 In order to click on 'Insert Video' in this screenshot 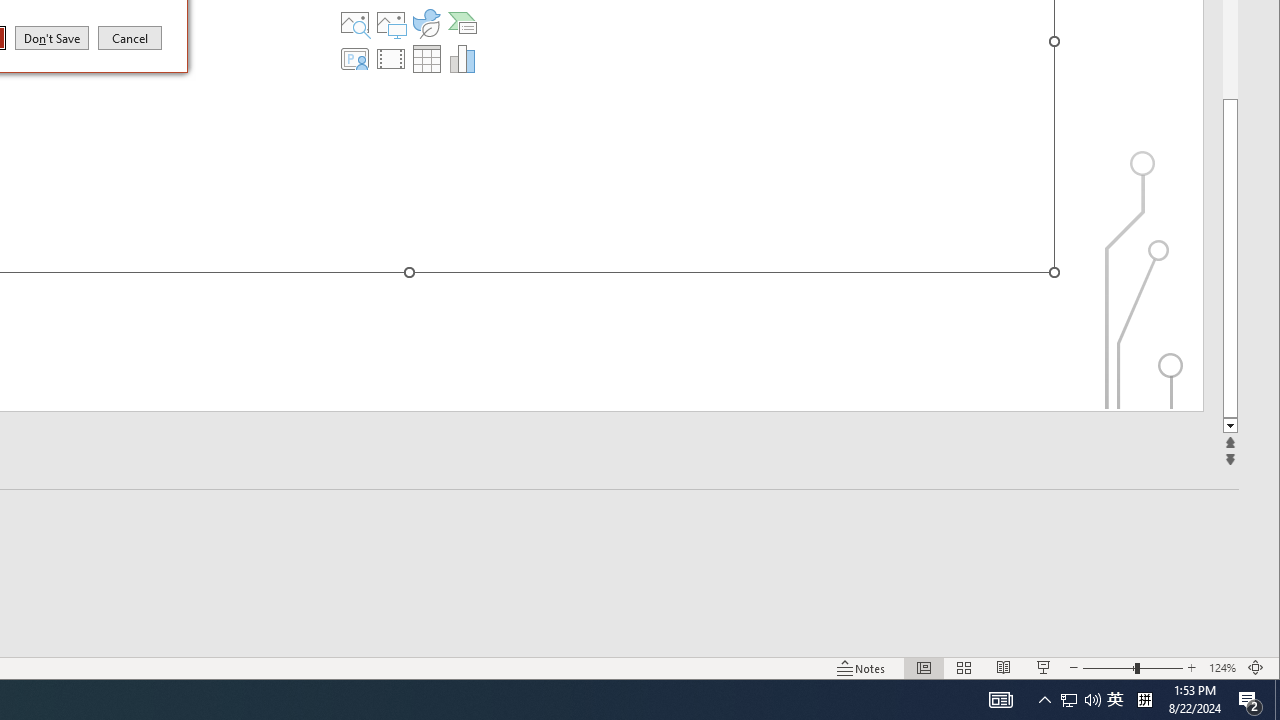, I will do `click(391, 58)`.